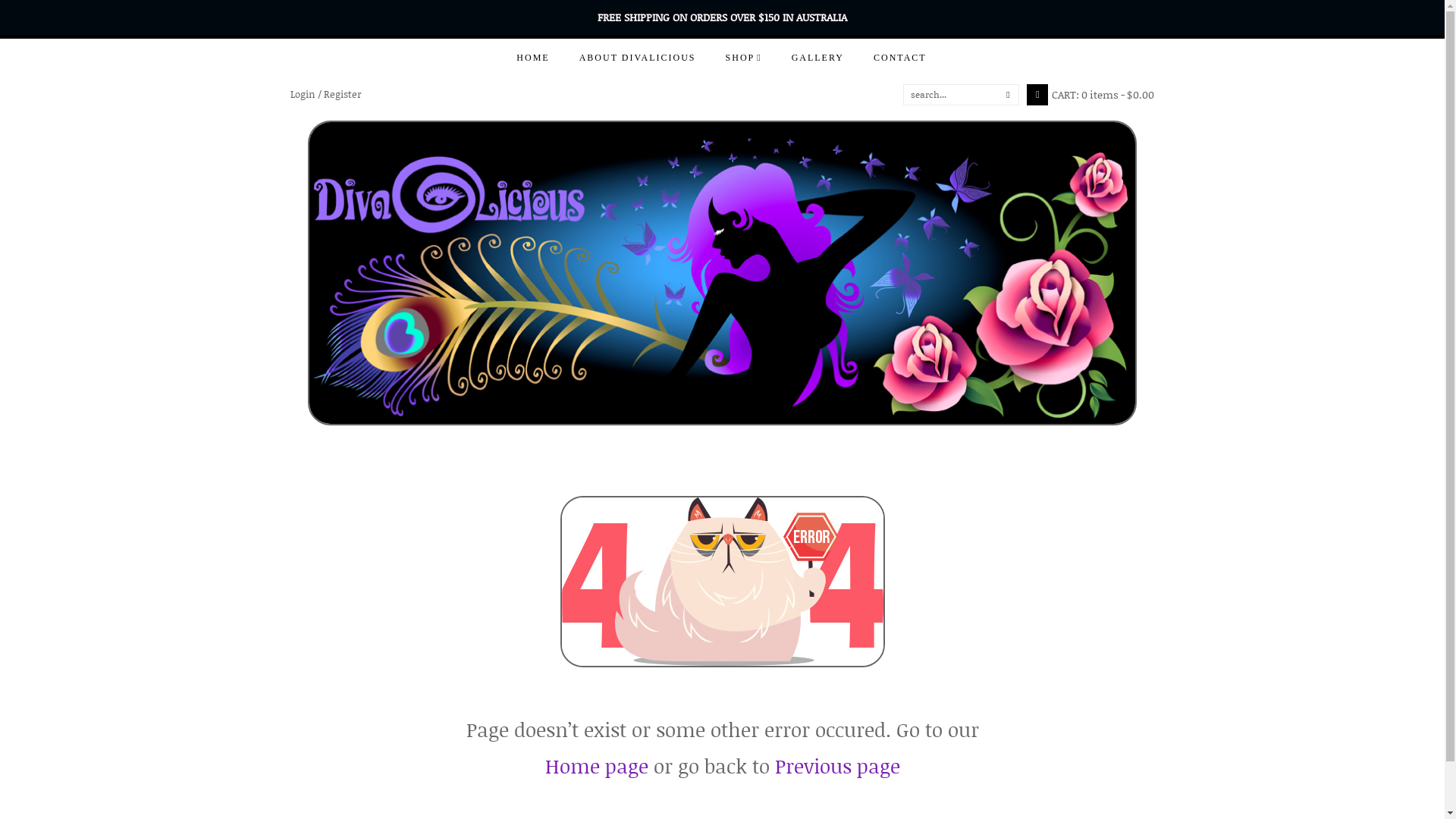  Describe the element at coordinates (775, 766) in the screenshot. I see `'Previous page'` at that location.